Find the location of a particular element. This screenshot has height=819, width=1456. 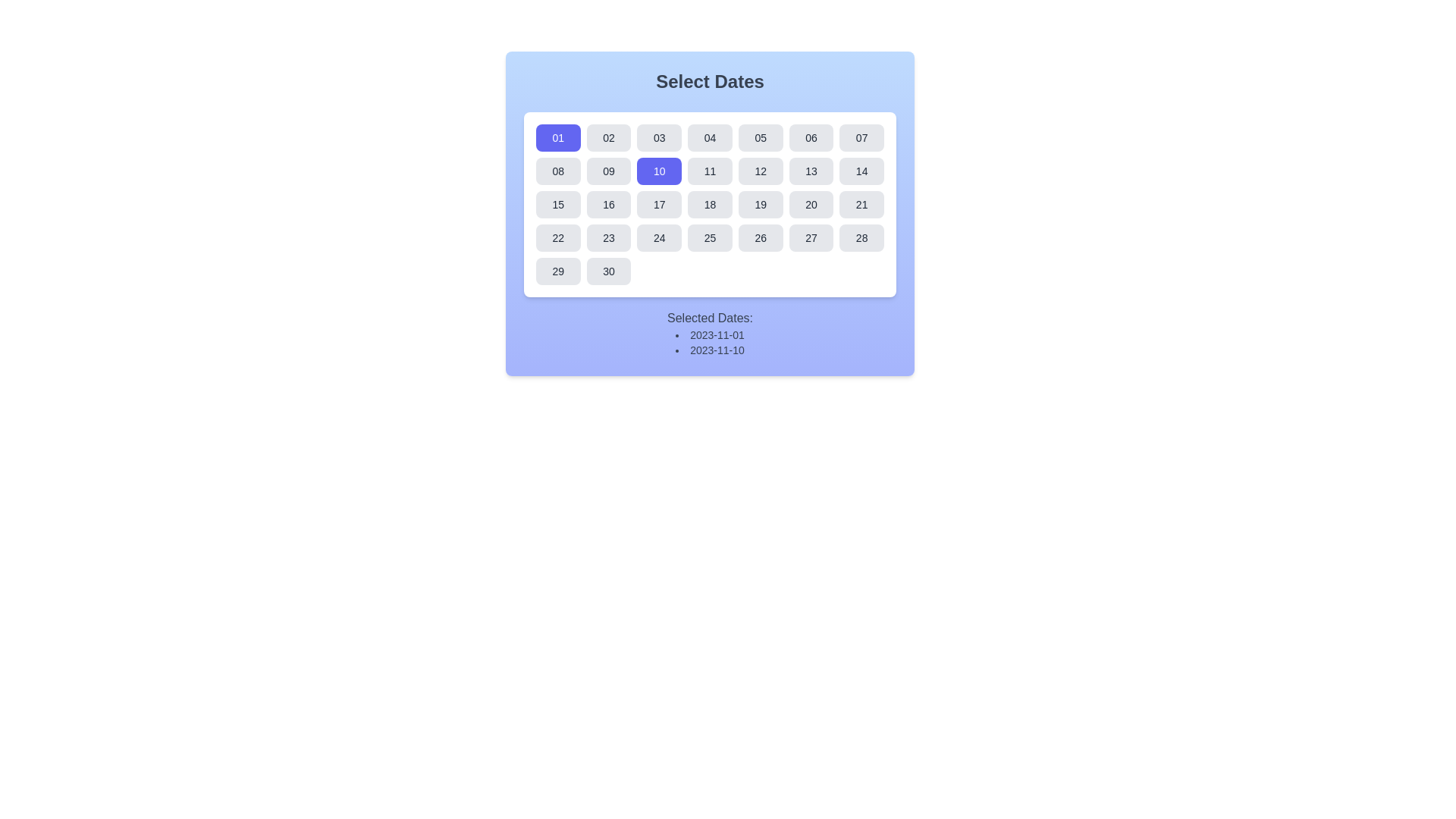

text content of the second entry in the vertical bulleted list, which displays '2023-11-10' beneath '2023-11-01' is located at coordinates (709, 350).